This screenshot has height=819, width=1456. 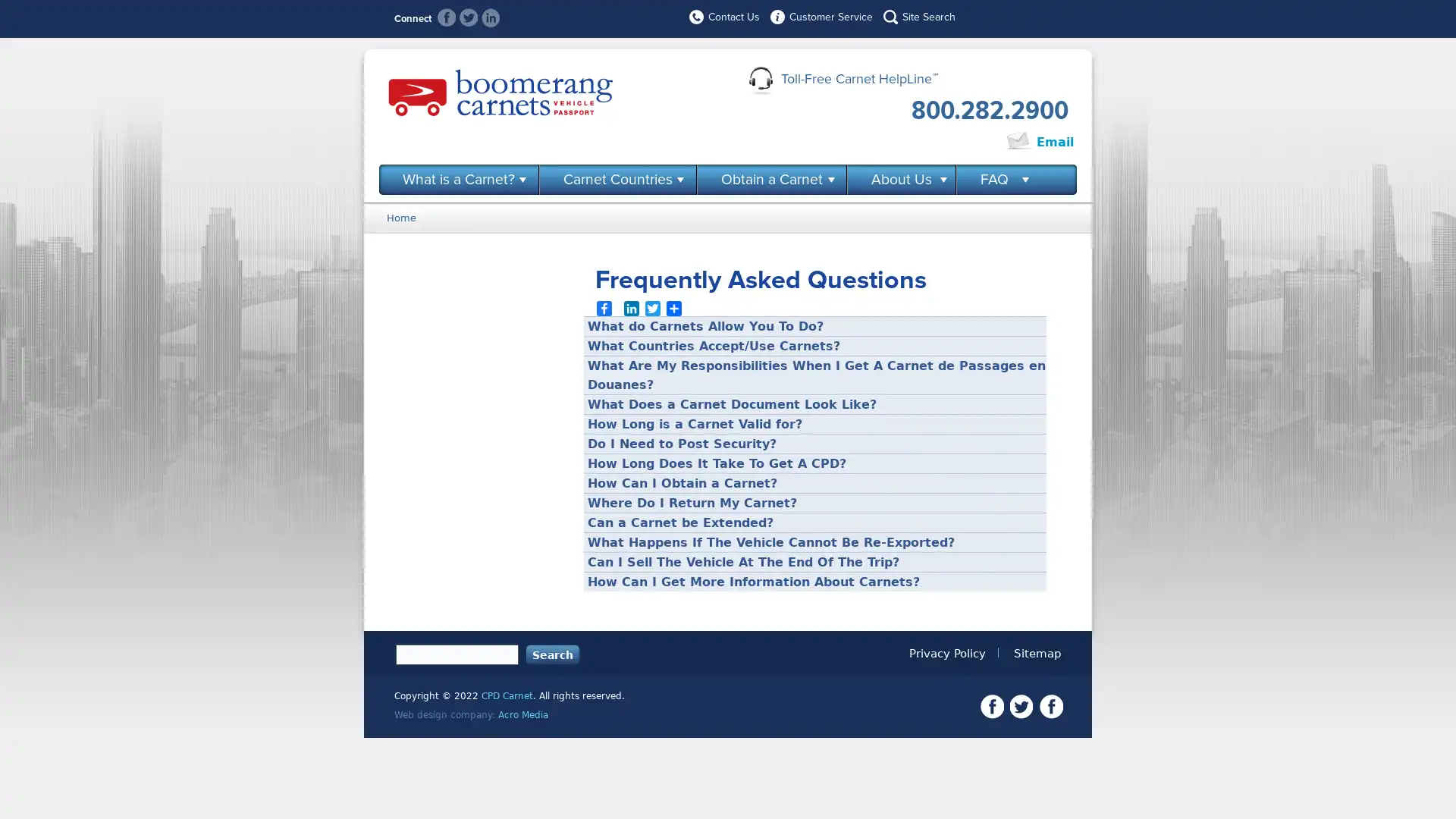 What do you see at coordinates (552, 653) in the screenshot?
I see `Search` at bounding box center [552, 653].